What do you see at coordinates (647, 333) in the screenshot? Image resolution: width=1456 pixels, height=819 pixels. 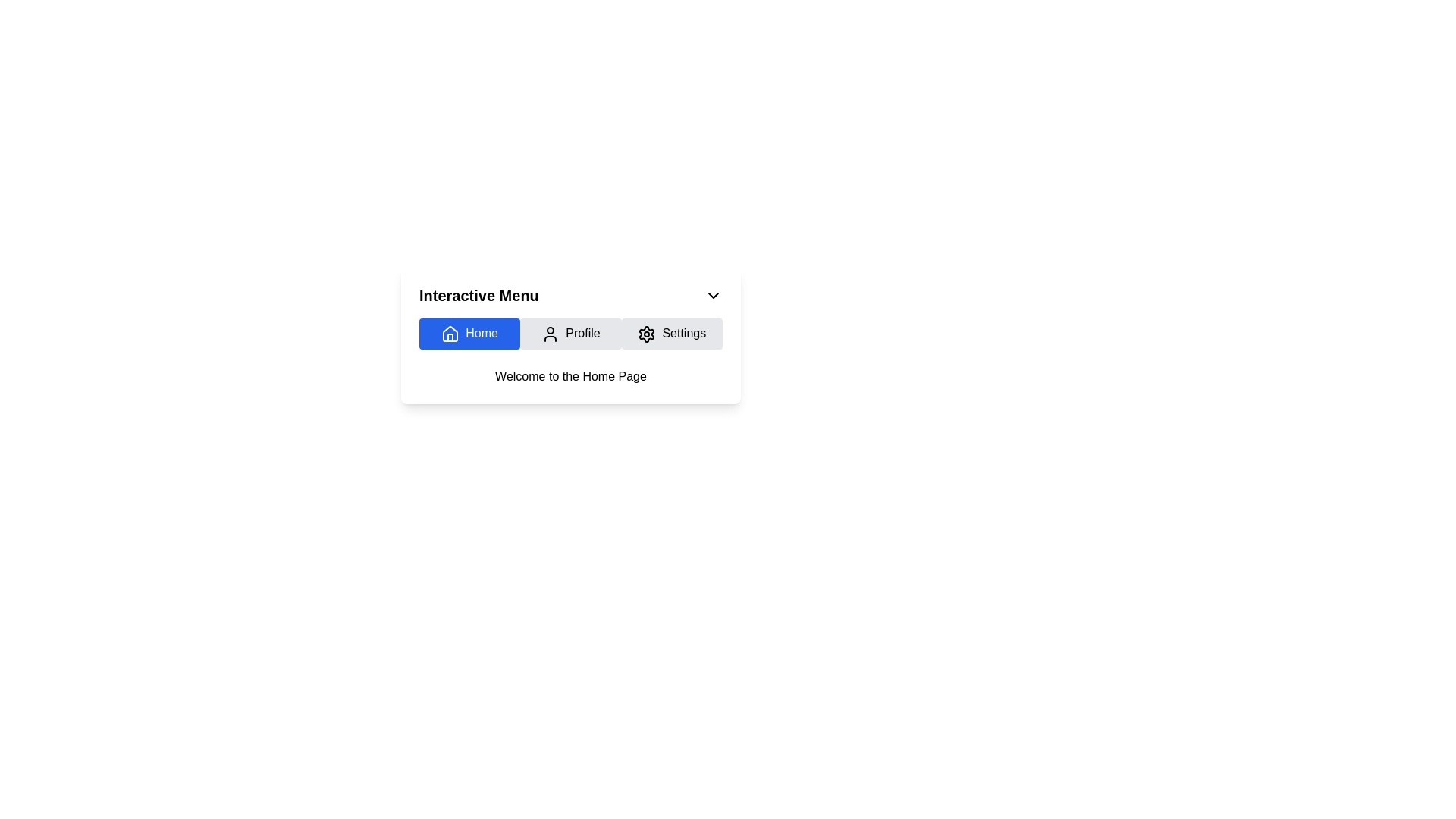 I see `the settings icon located on the rightmost side of the horizontal menu bar` at bounding box center [647, 333].